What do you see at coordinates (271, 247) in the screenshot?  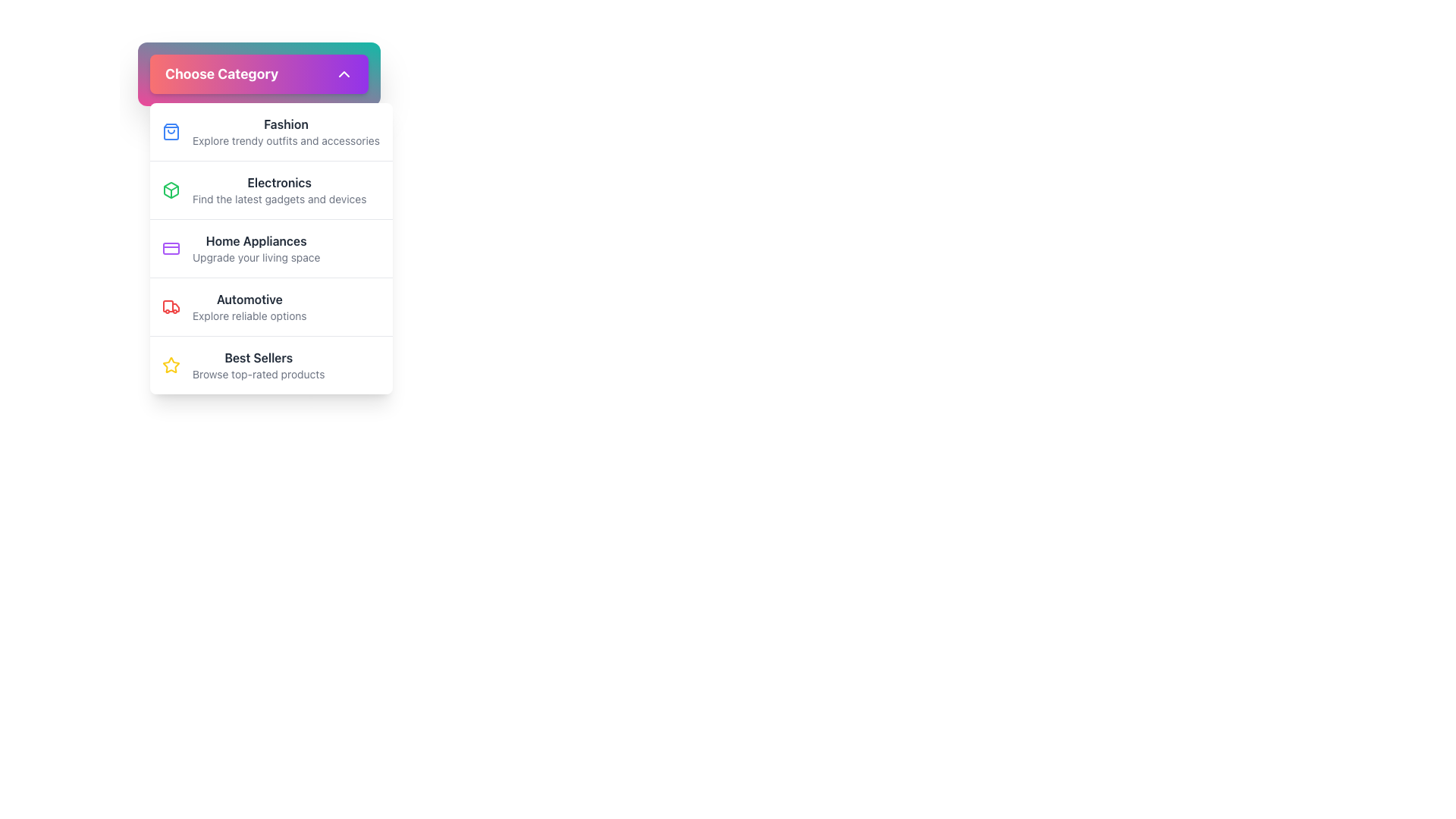 I see `the 'Home Appliances' list item, which is highlighted with a purple icon` at bounding box center [271, 247].